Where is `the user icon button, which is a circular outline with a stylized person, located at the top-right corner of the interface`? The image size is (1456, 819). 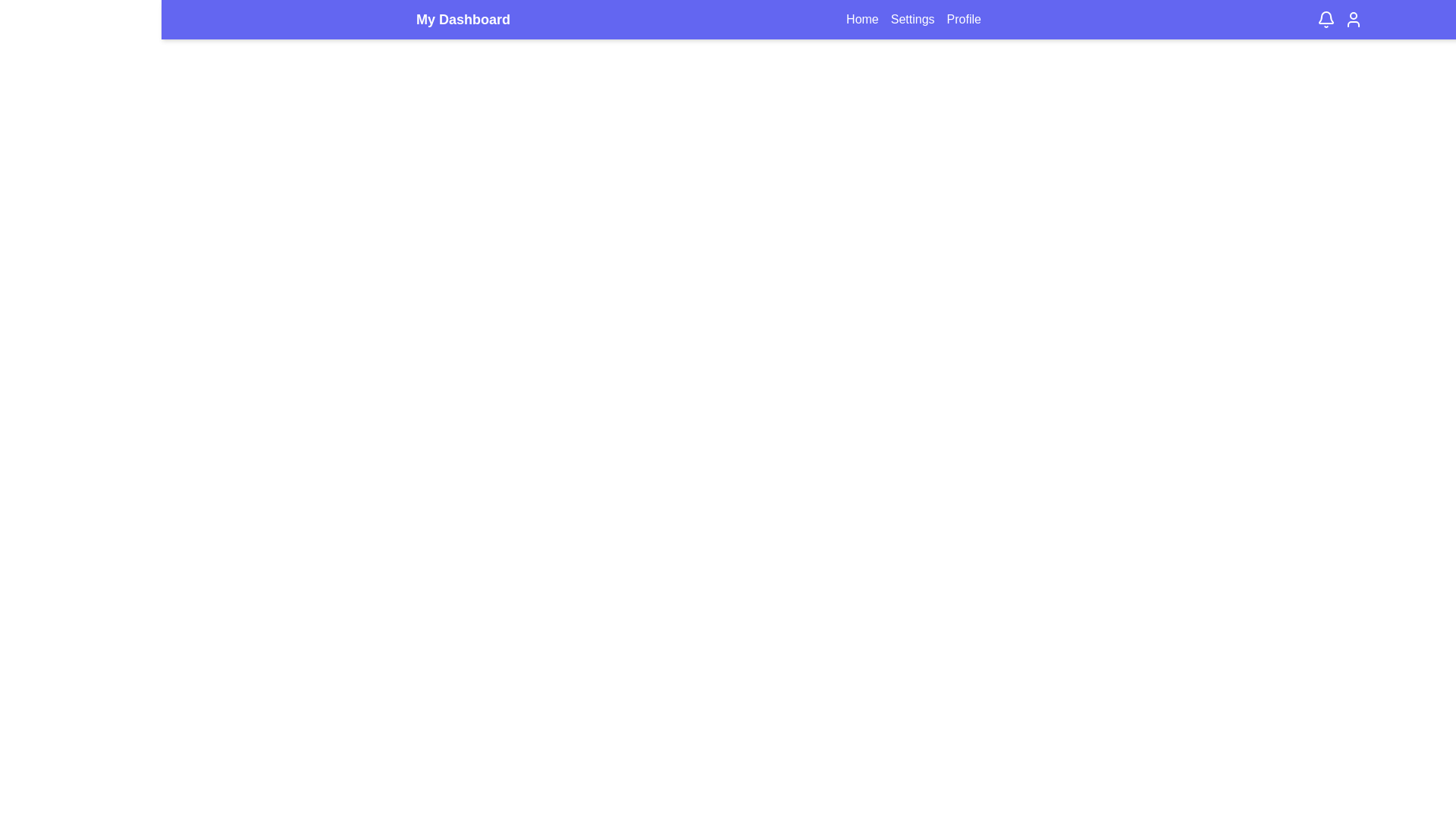
the user icon button, which is a circular outline with a stylized person, located at the top-right corner of the interface is located at coordinates (1354, 20).